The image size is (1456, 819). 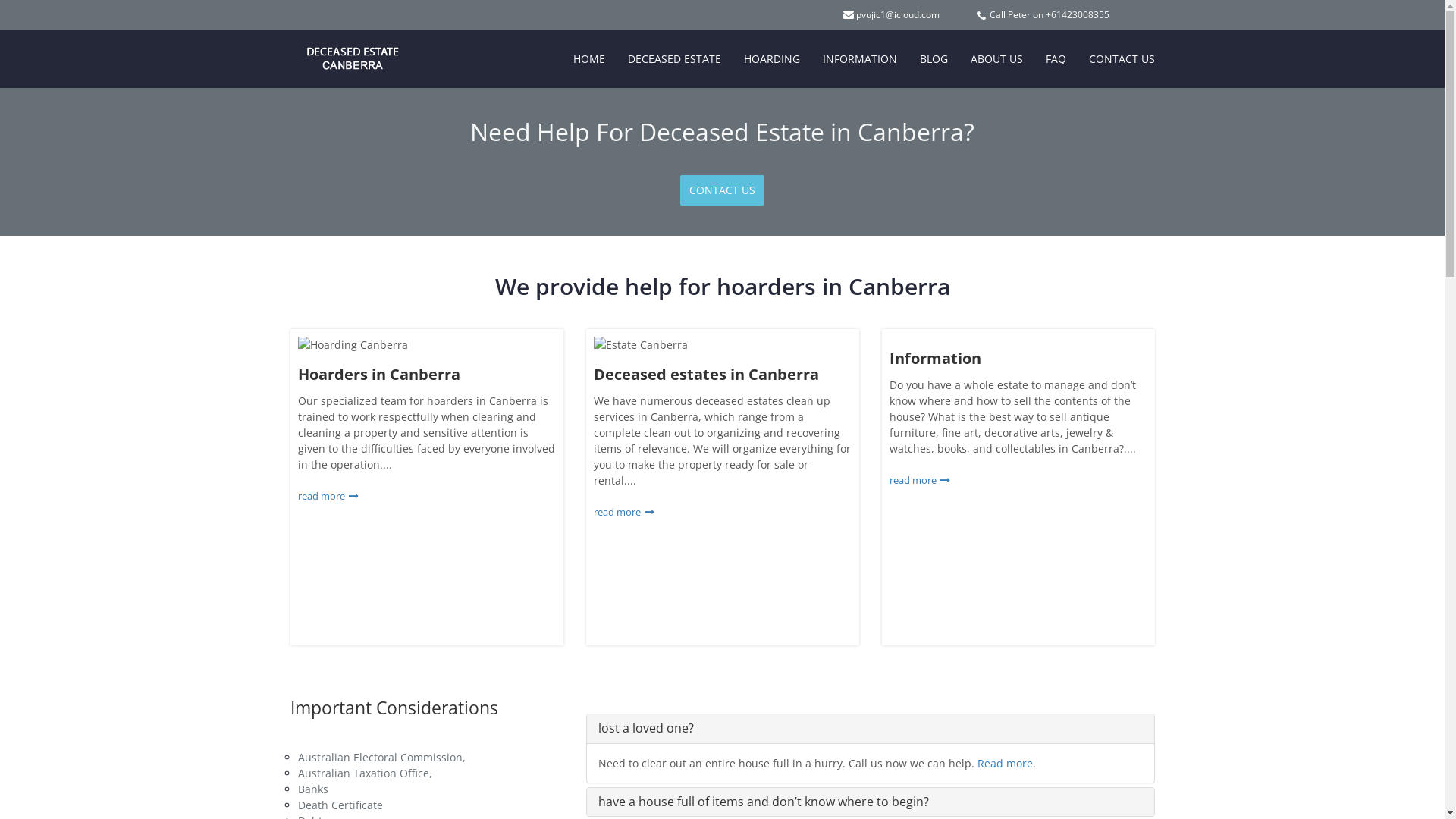 What do you see at coordinates (996, 58) in the screenshot?
I see `'ABOUT US'` at bounding box center [996, 58].